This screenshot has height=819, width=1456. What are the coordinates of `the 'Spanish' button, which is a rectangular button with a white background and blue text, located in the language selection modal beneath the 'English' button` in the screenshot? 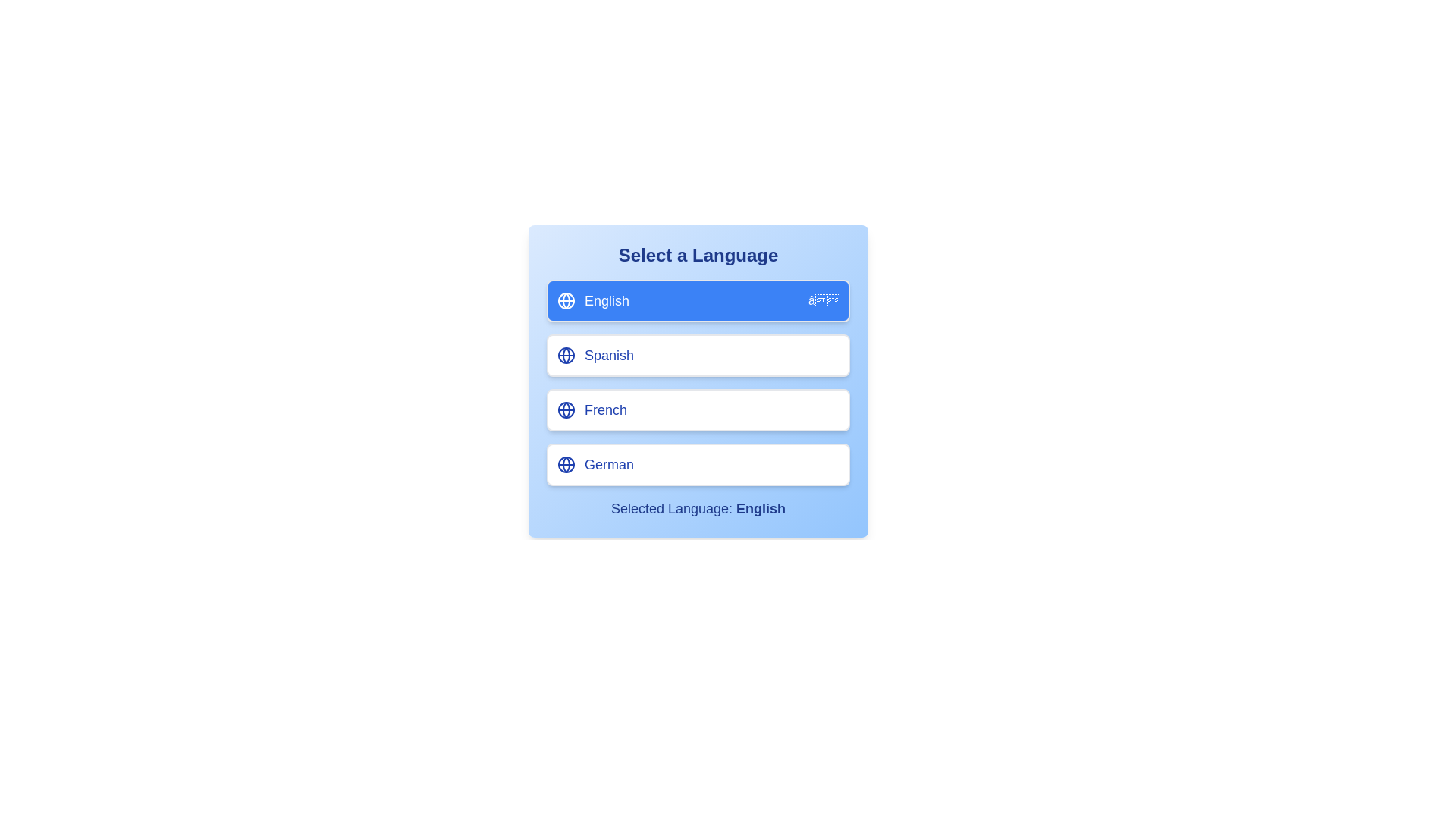 It's located at (698, 373).